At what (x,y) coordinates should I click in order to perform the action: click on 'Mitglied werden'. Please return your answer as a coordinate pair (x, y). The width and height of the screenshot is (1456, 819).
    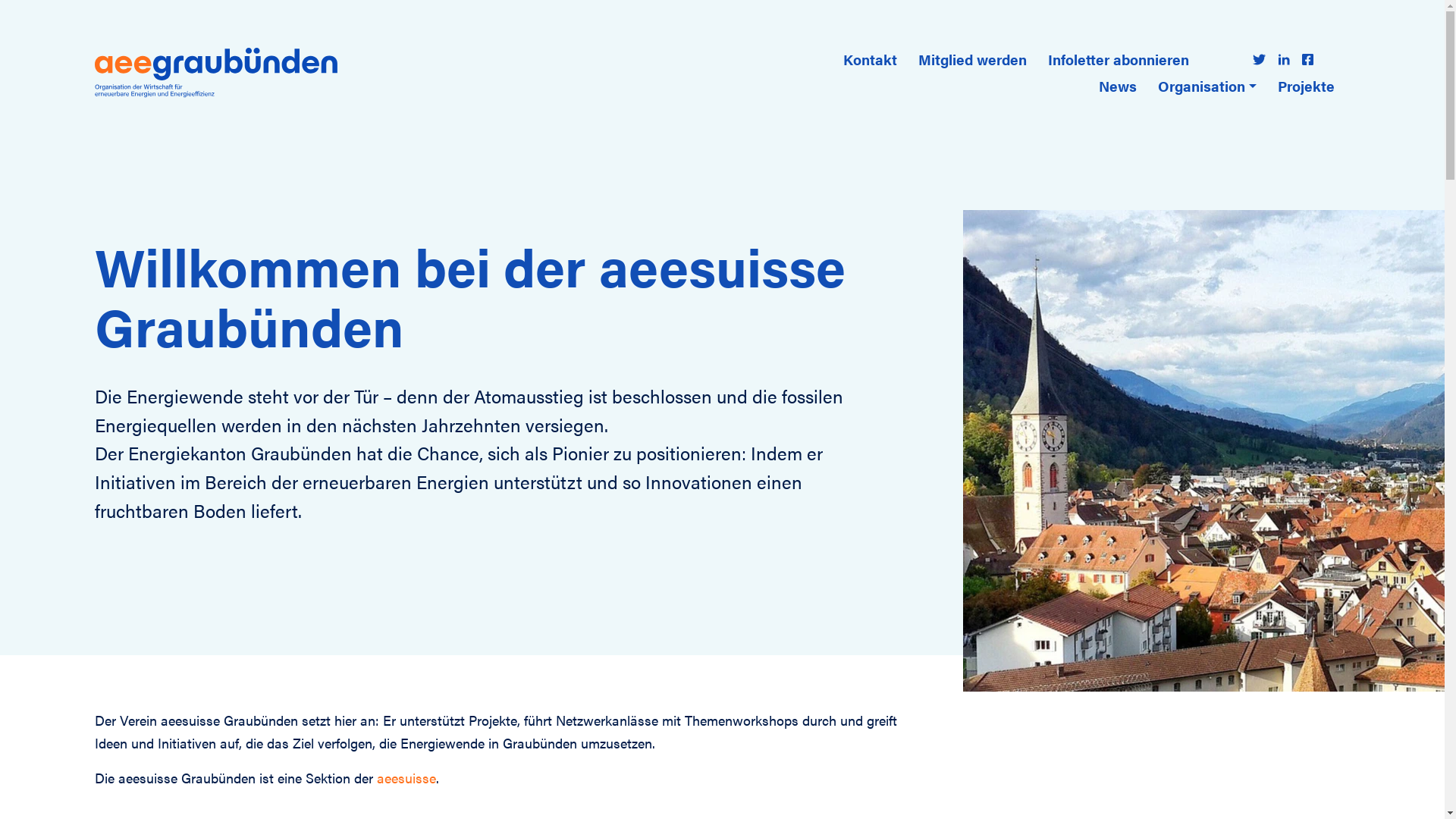
    Looking at the image, I should click on (972, 58).